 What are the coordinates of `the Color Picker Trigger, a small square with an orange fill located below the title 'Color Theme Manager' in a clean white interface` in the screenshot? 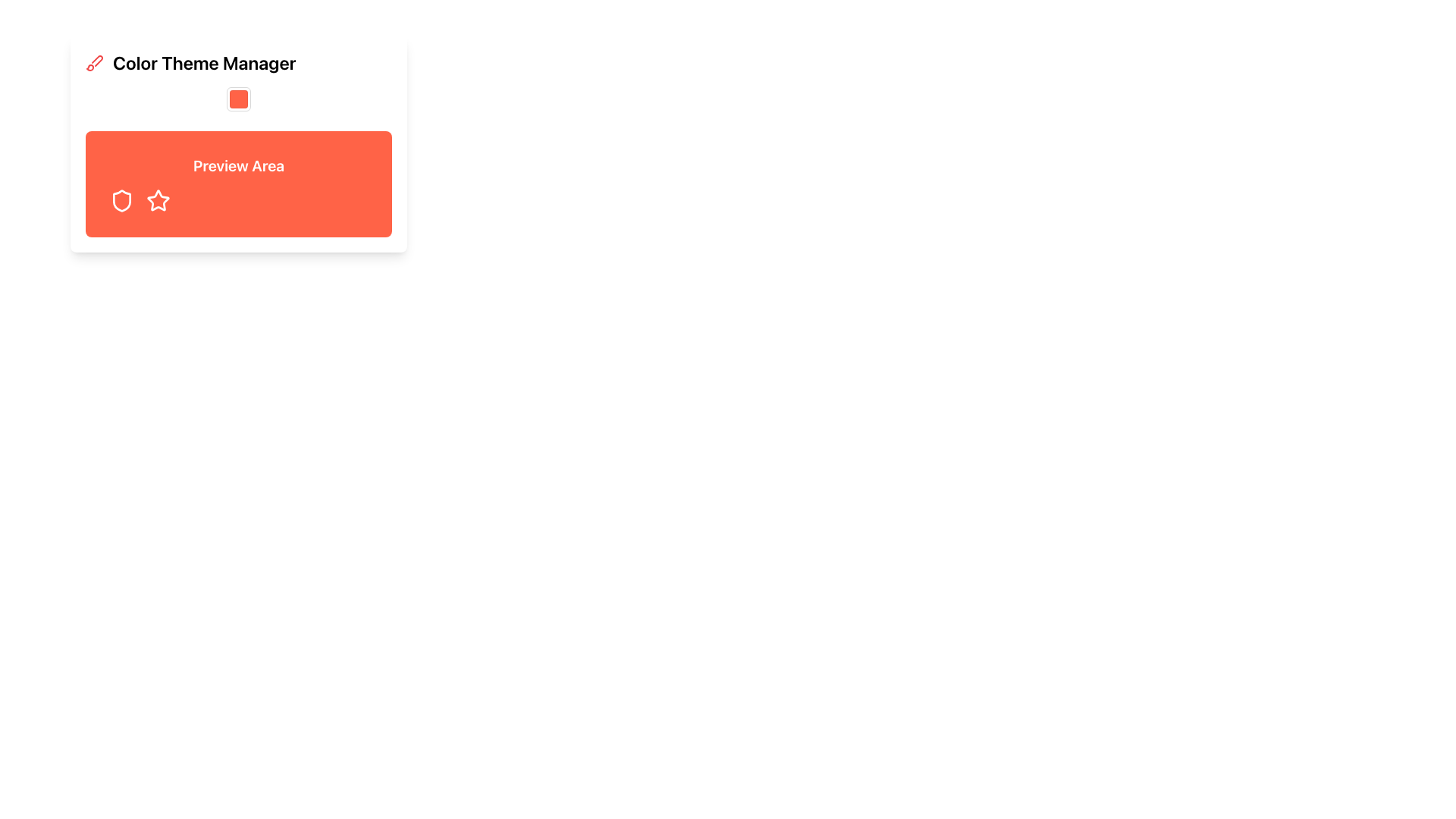 It's located at (238, 99).